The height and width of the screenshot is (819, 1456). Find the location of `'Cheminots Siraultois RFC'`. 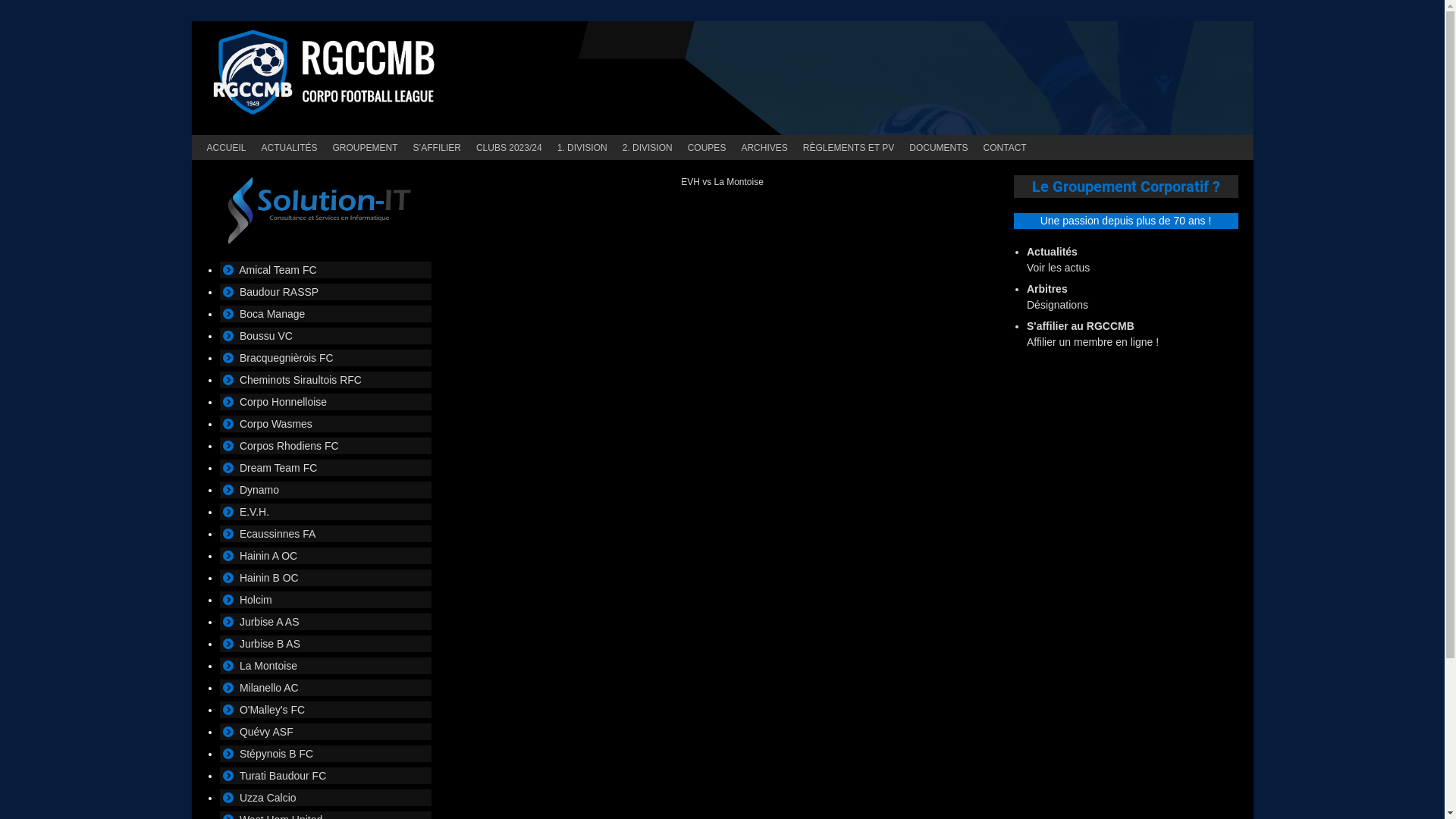

'Cheminots Siraultois RFC' is located at coordinates (239, 379).